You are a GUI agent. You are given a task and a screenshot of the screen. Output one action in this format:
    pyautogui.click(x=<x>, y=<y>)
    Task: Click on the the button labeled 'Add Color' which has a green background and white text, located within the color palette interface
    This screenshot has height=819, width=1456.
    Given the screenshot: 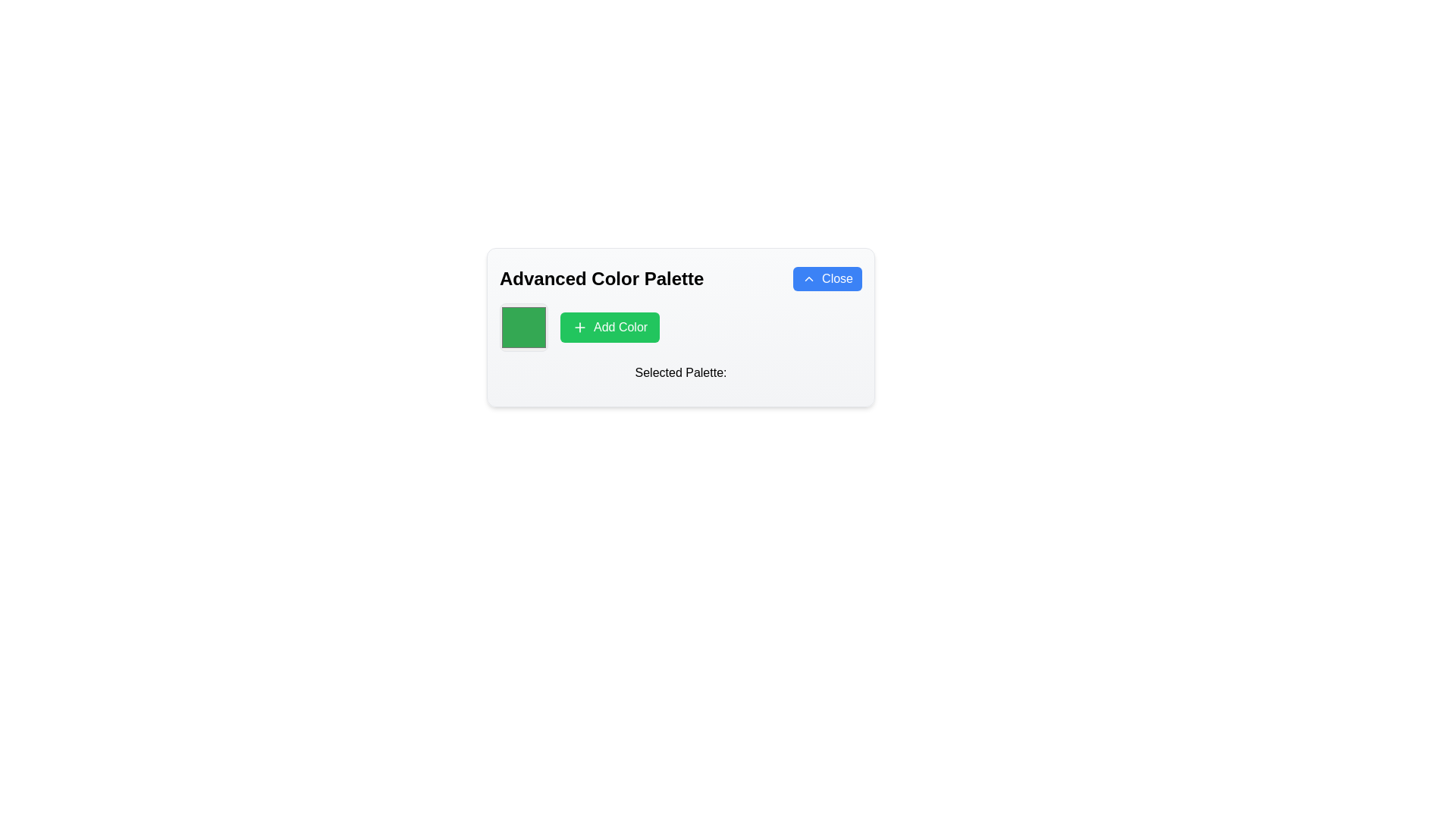 What is the action you would take?
    pyautogui.click(x=620, y=327)
    